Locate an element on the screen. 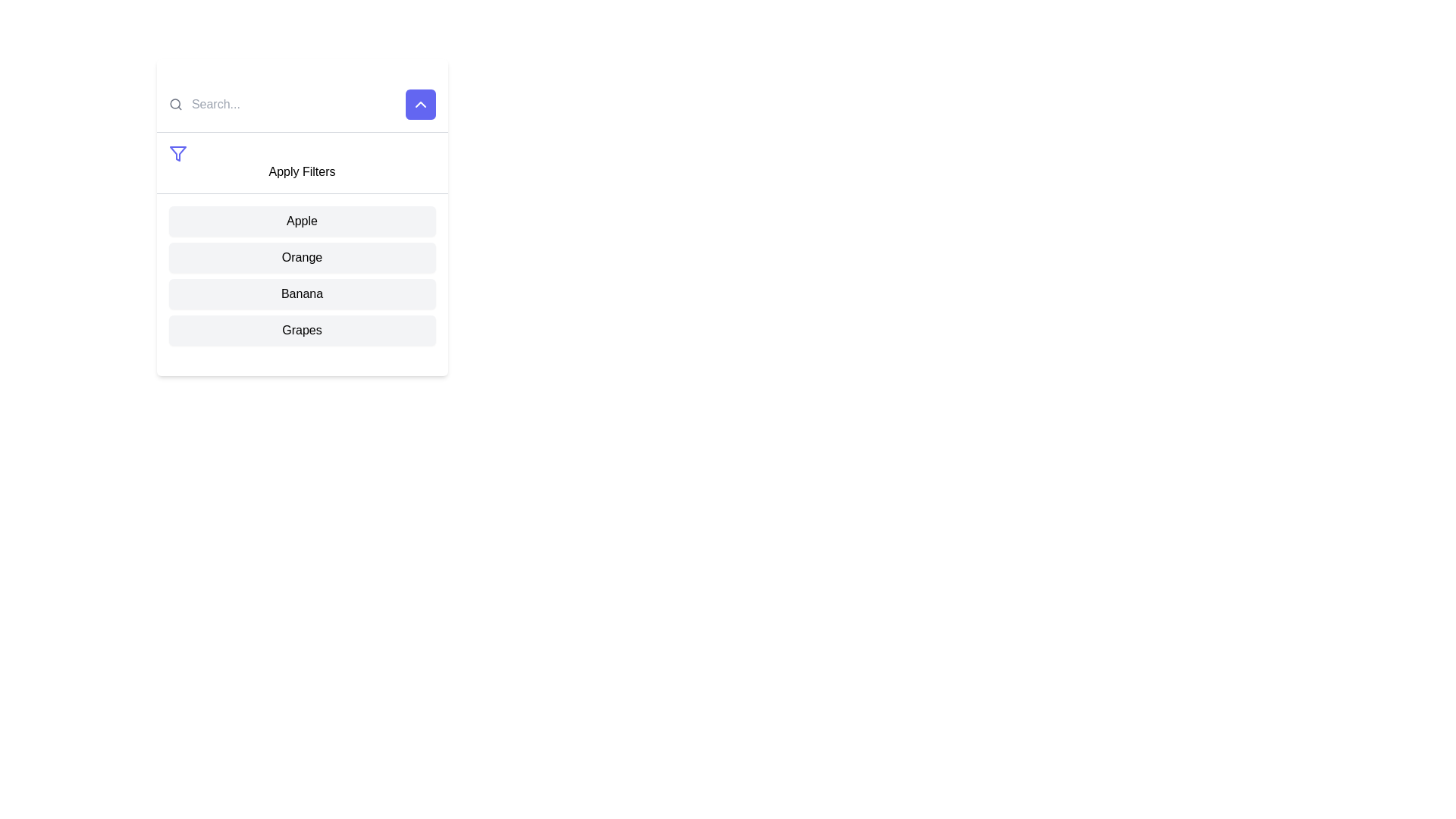  the chevron icon in the top-right corner of the user interface is located at coordinates (420, 104).